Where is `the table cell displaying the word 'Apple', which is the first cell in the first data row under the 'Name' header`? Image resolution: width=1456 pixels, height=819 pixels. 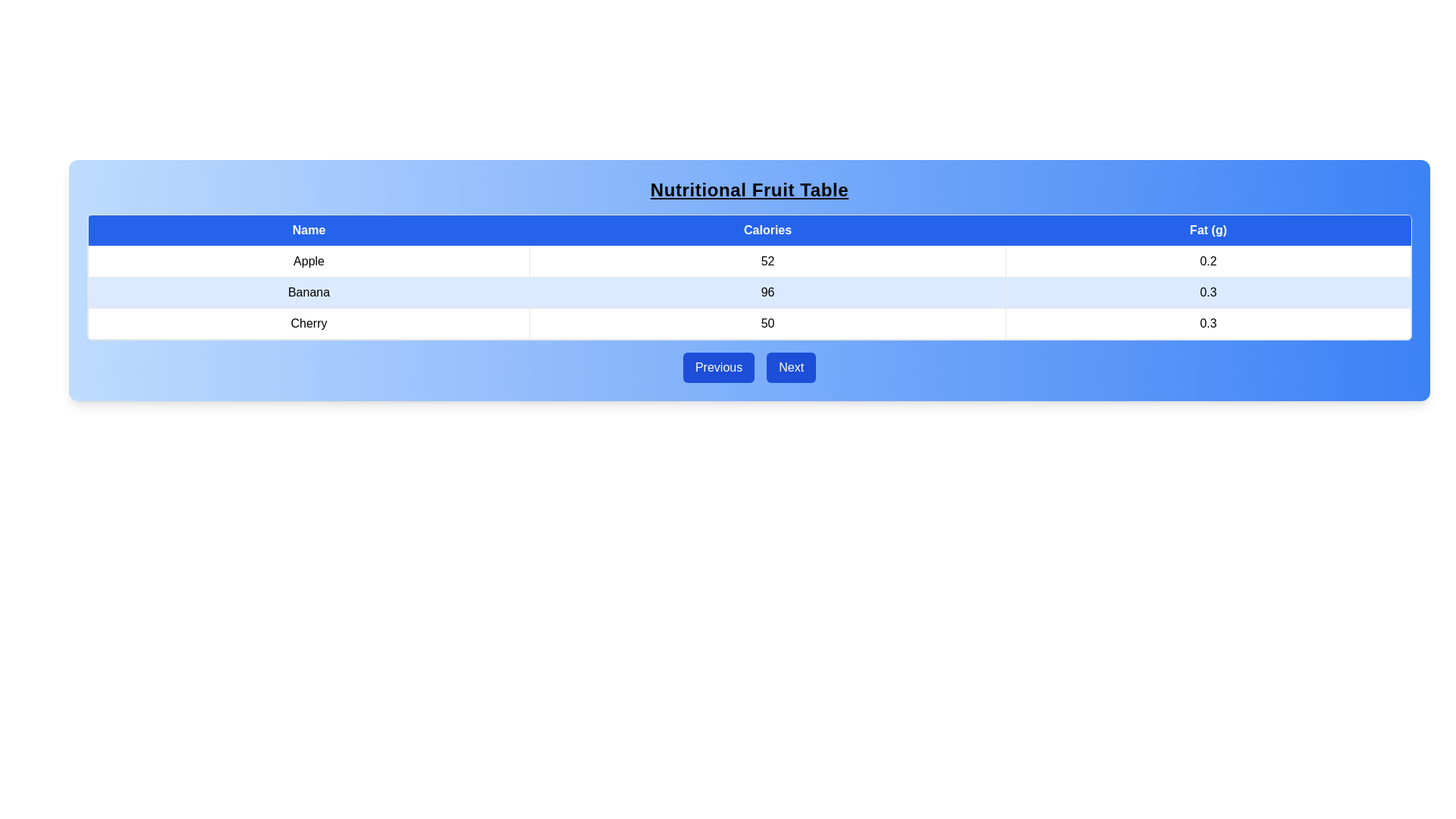
the table cell displaying the word 'Apple', which is the first cell in the first data row under the 'Name' header is located at coordinates (308, 260).